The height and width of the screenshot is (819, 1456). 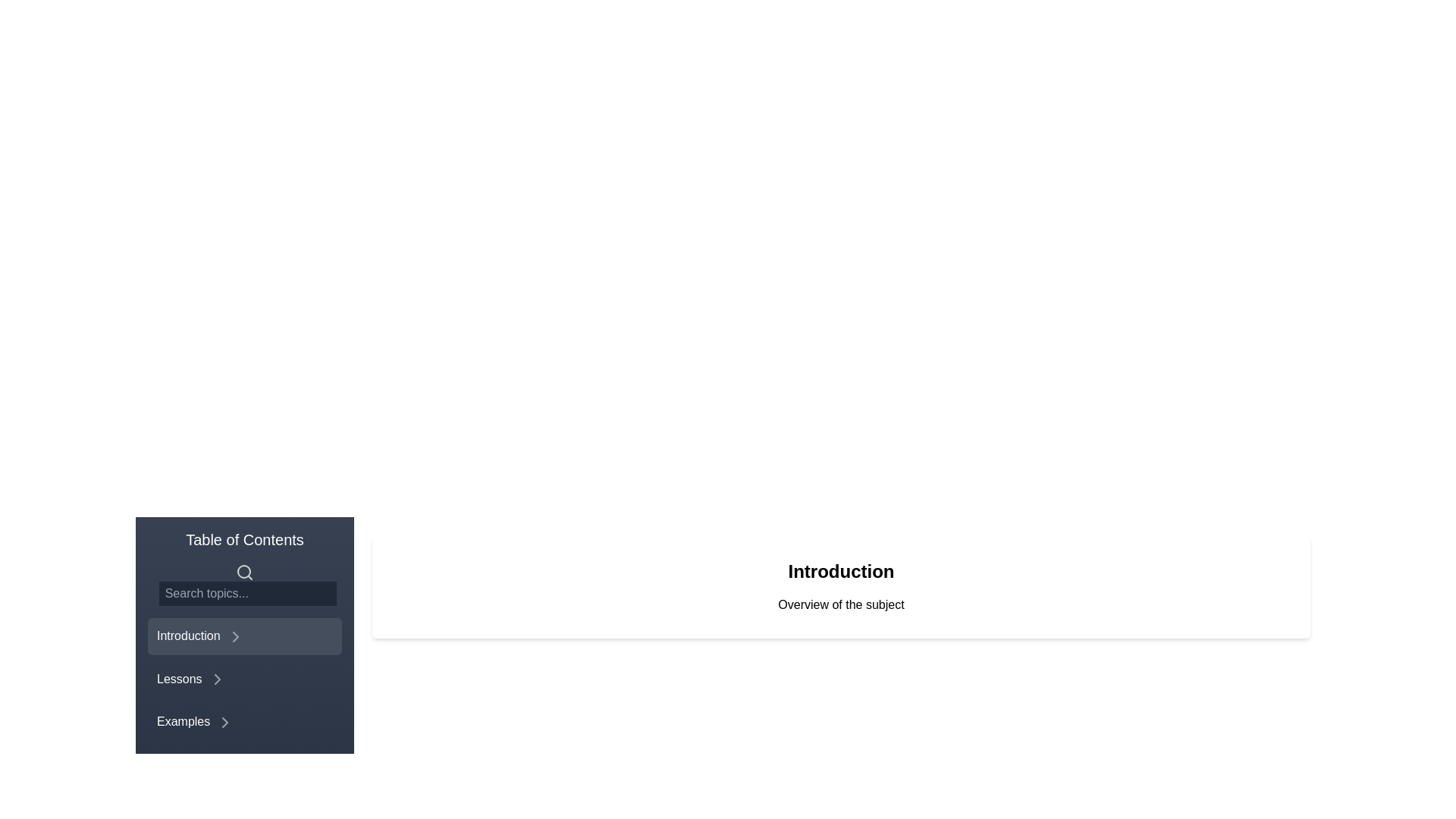 What do you see at coordinates (244, 583) in the screenshot?
I see `the search bar input field located in the sidebar, below the 'Table of Contents' title, to focus on it` at bounding box center [244, 583].